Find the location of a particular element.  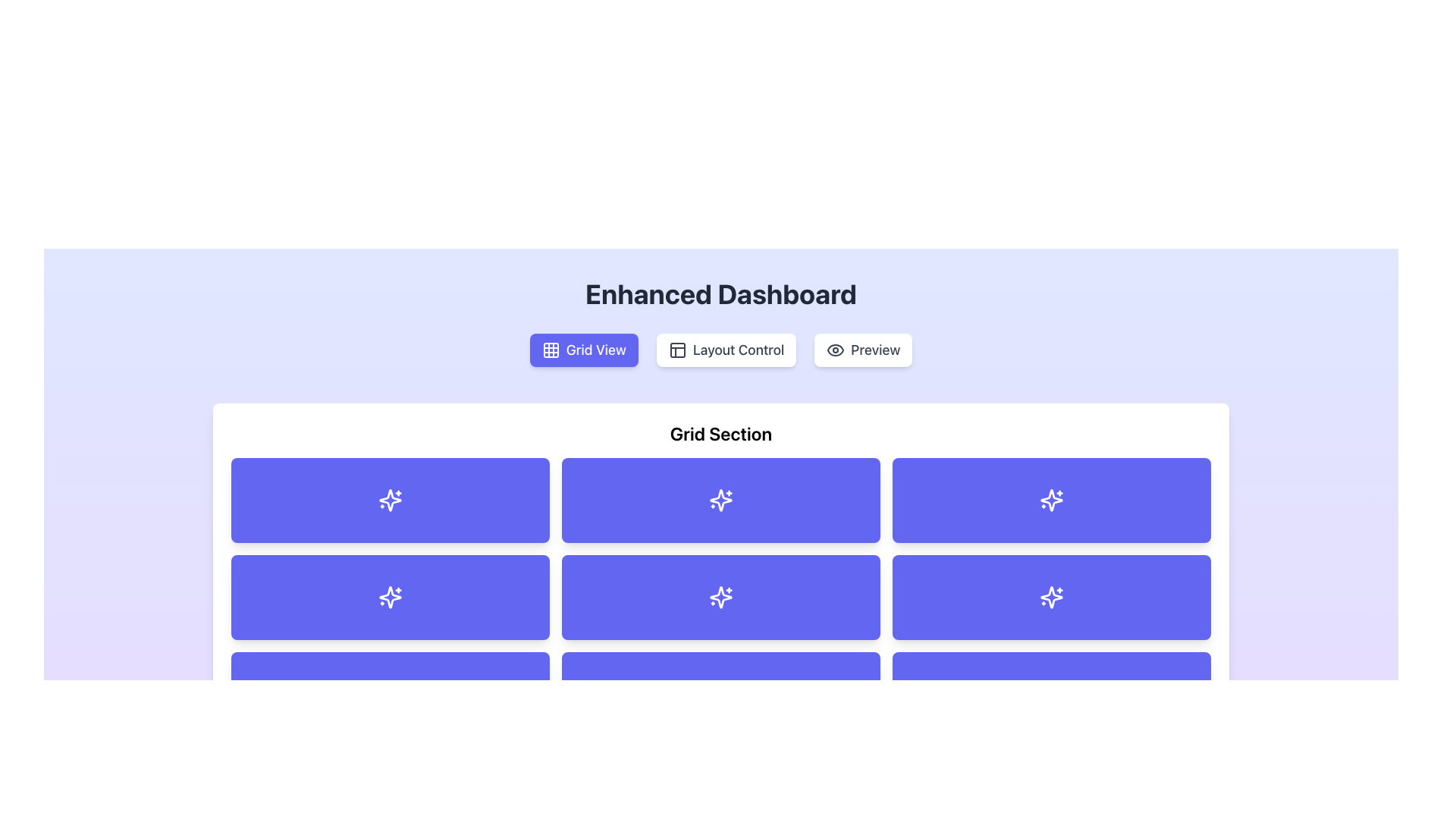

the decorative icon indicating highlights or special effects, located in the first grid cell of the 'Grid Section' is located at coordinates (391, 500).